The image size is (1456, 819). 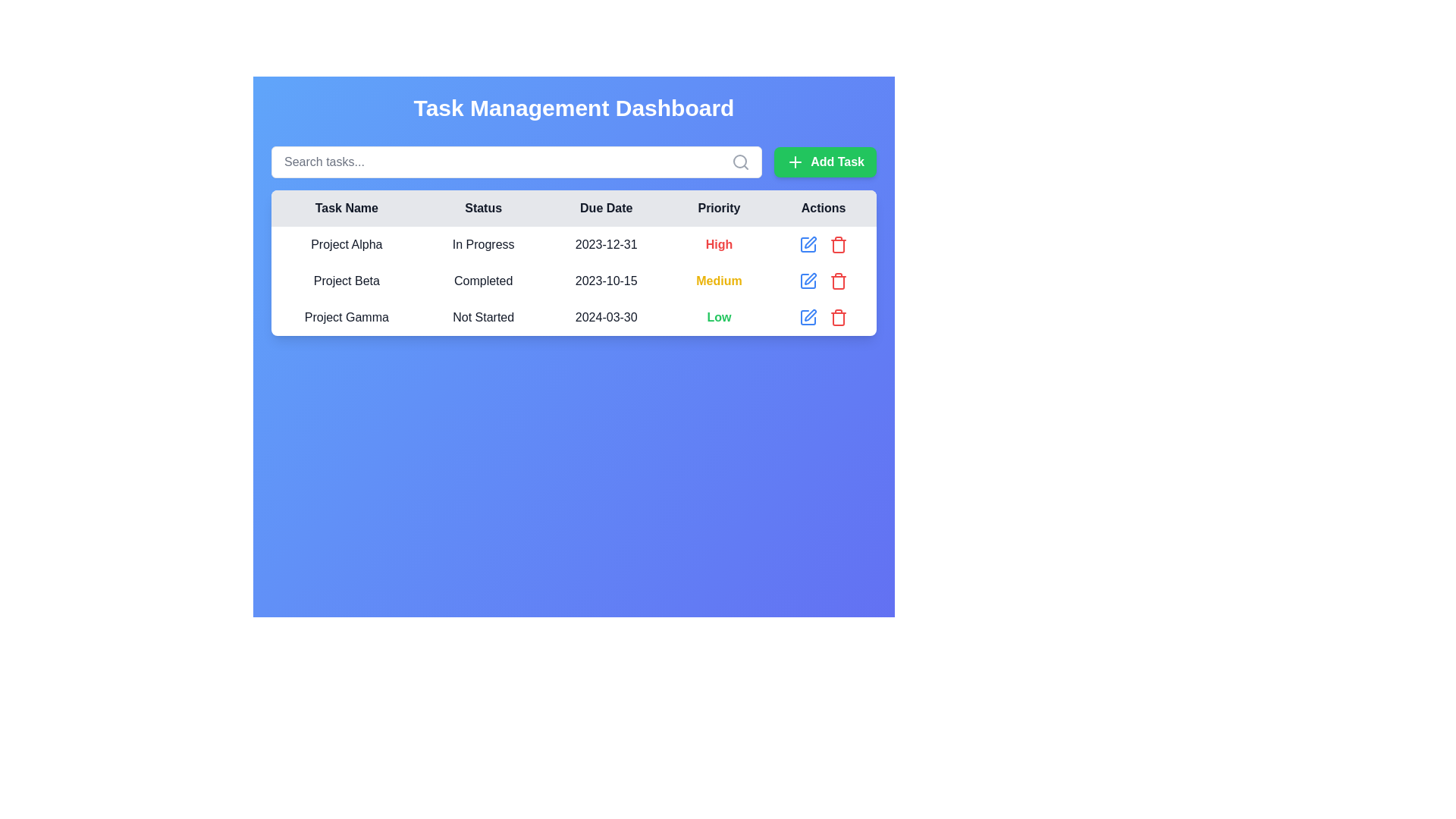 I want to click on the text label 'Low' in the 'Priority' column of the third row in the table, which is styled in vibrant green, so click(x=718, y=316).